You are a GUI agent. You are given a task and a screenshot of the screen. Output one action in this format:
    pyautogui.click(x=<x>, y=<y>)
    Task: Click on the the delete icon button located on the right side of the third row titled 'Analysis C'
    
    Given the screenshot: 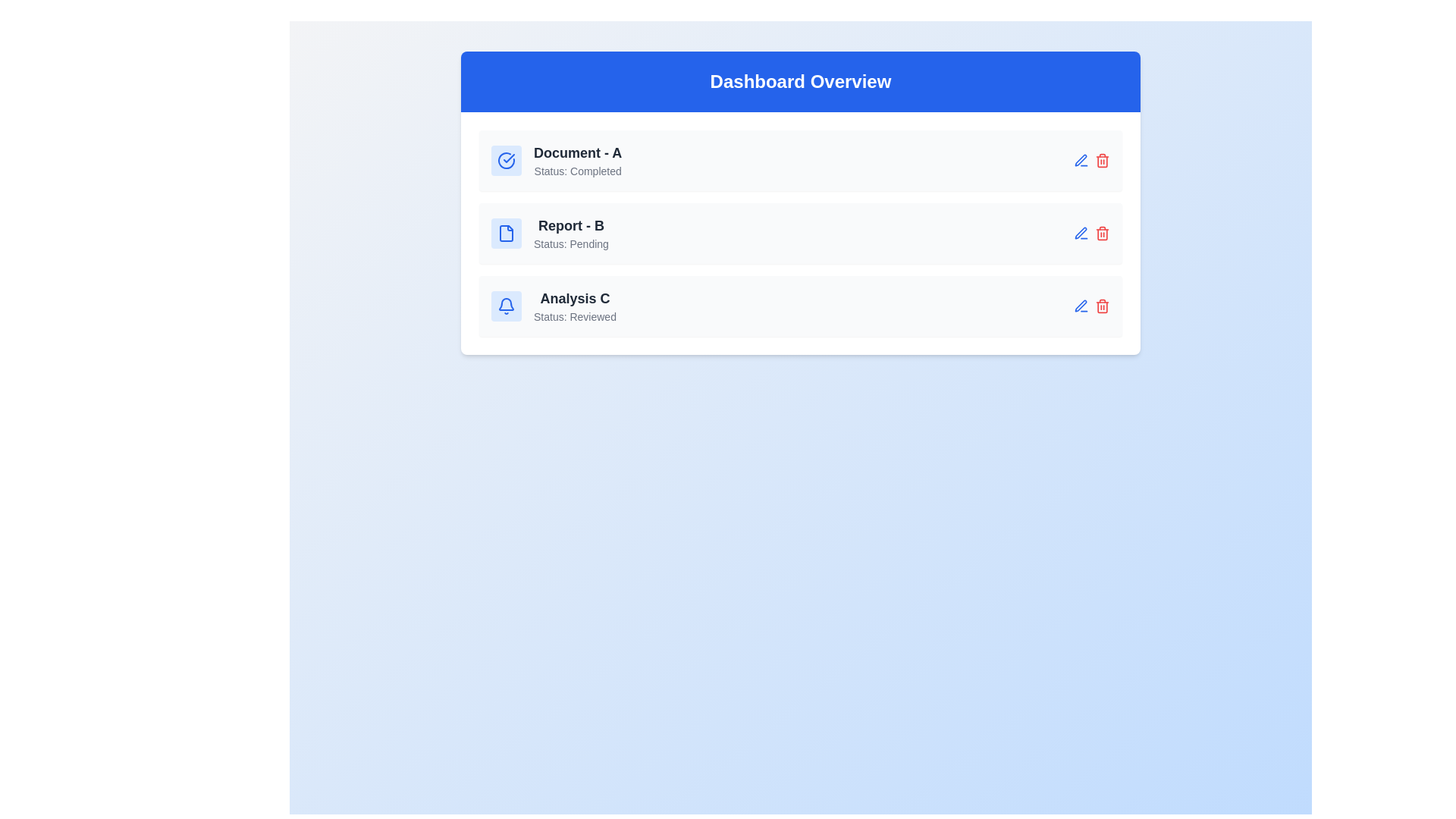 What is the action you would take?
    pyautogui.click(x=1103, y=234)
    